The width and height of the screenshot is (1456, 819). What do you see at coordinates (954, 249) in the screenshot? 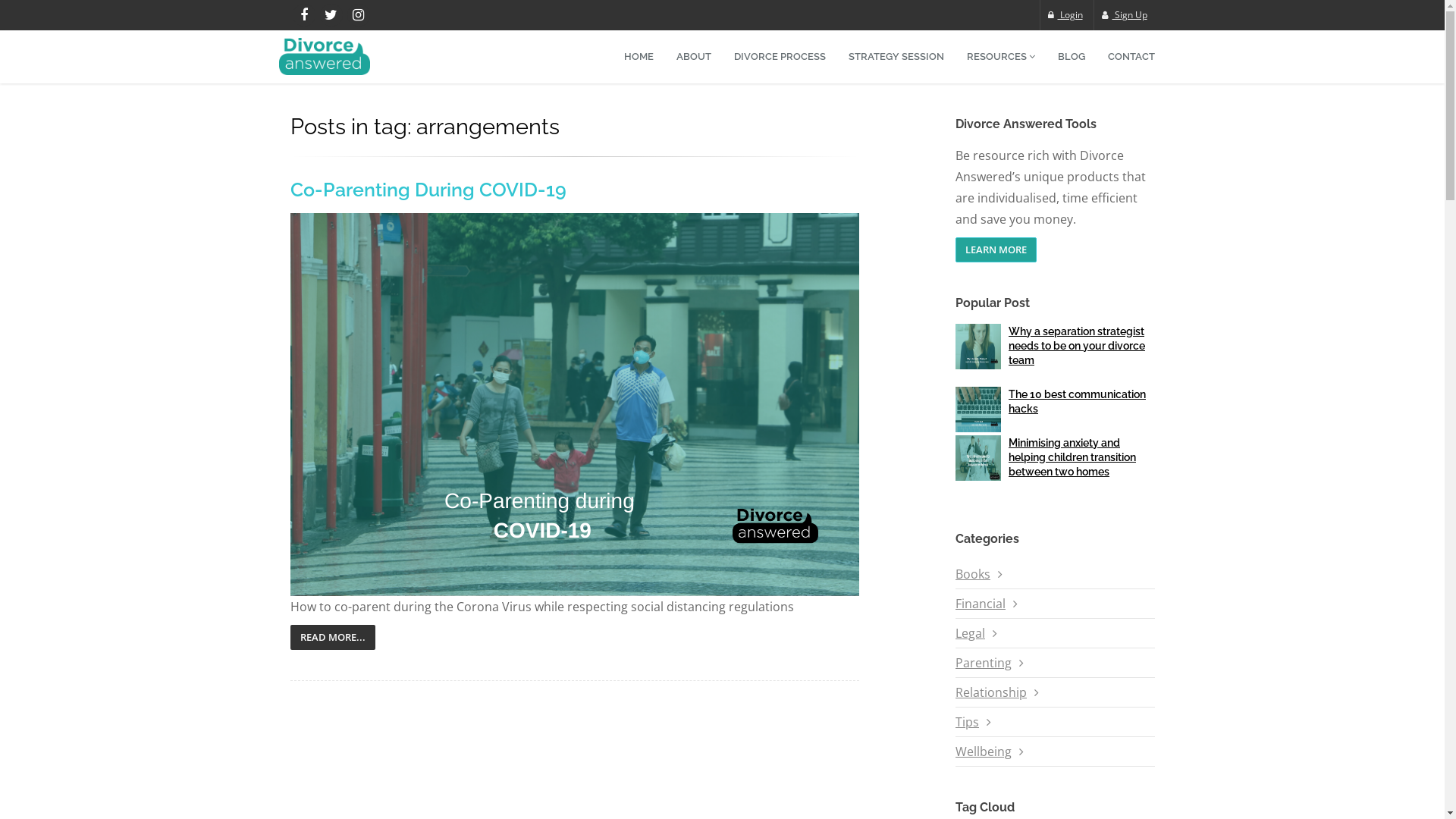
I see `'LEARN MORE'` at bounding box center [954, 249].